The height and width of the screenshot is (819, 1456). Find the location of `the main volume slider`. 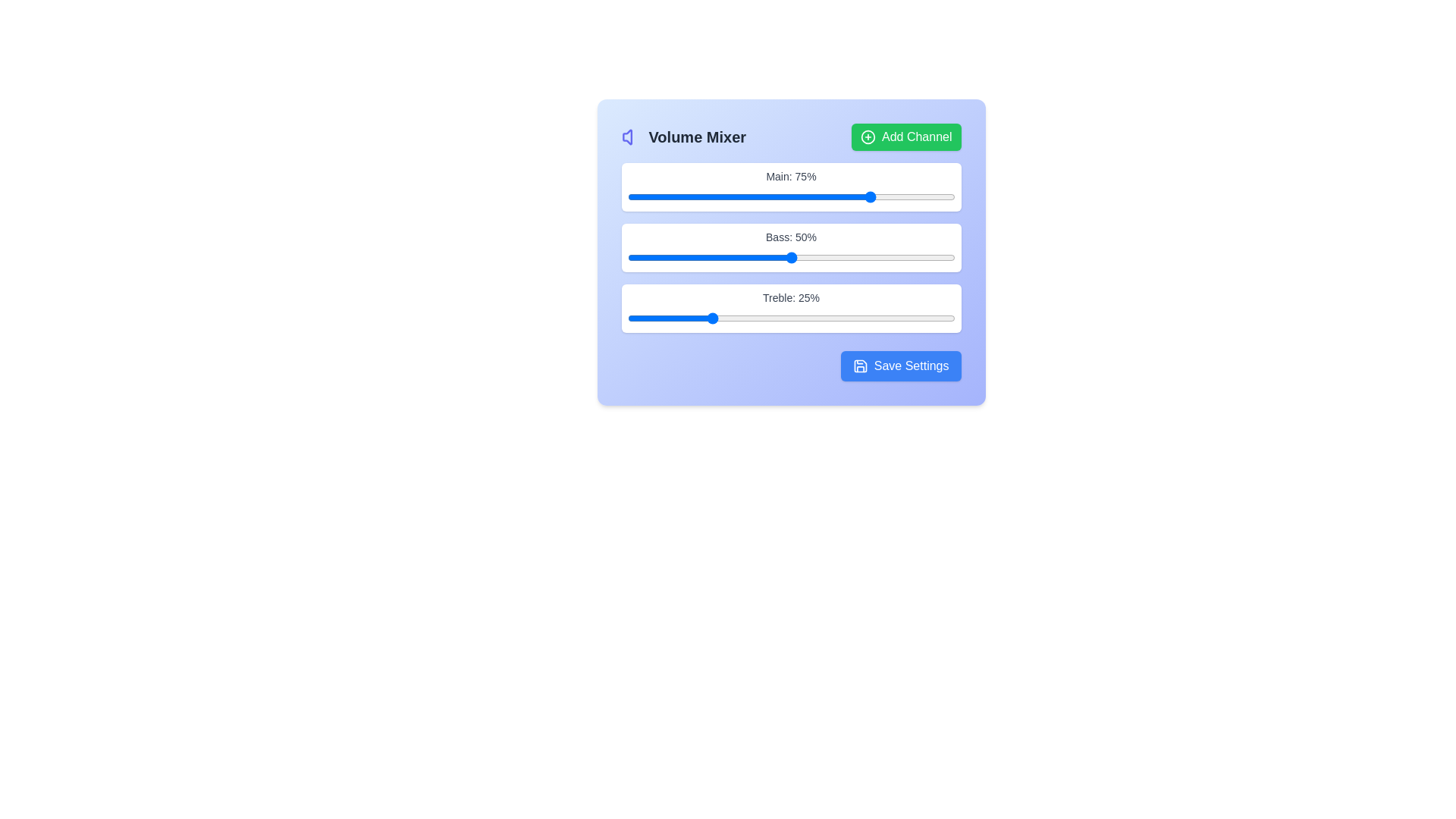

the main volume slider is located at coordinates (820, 196).